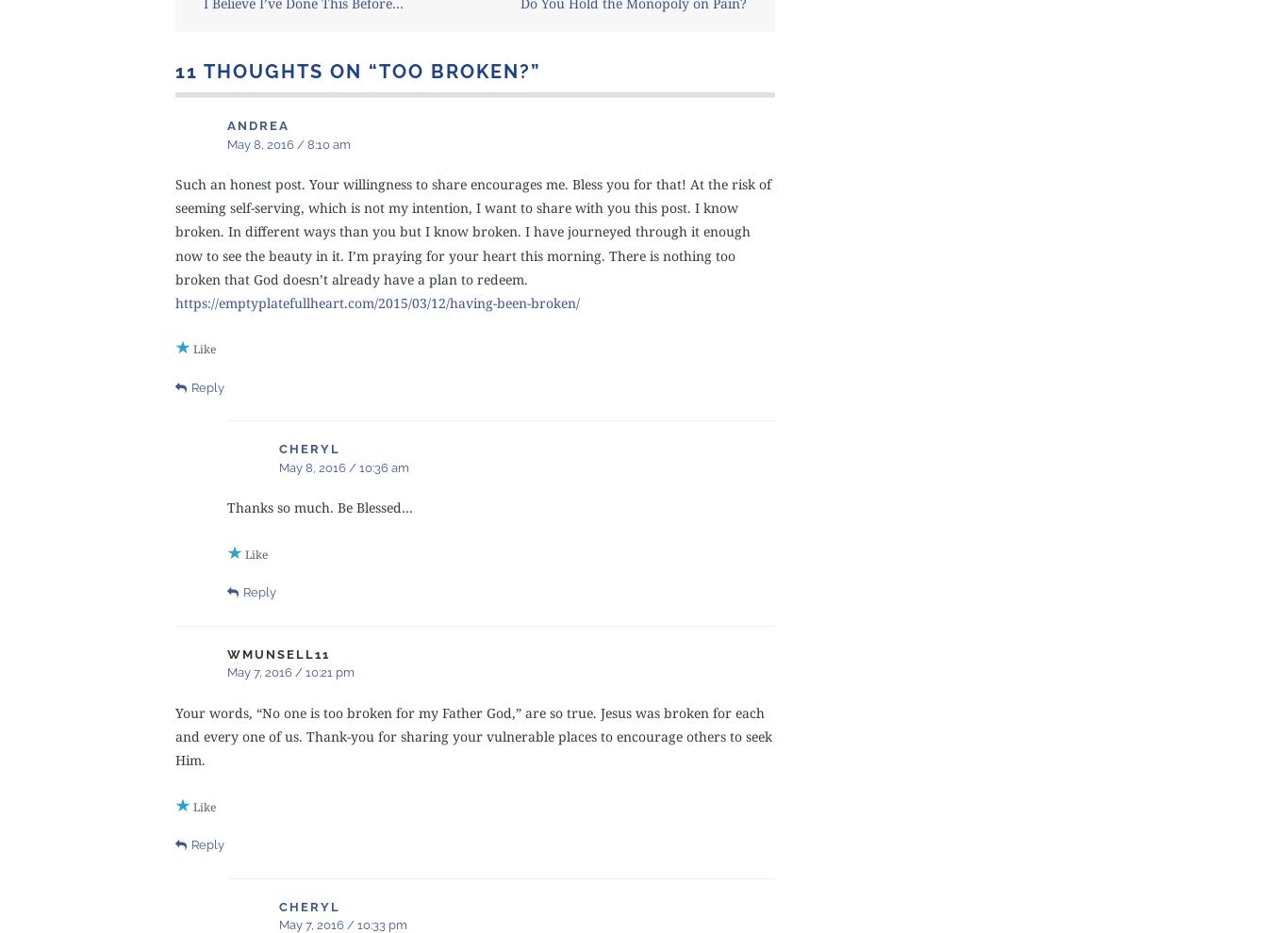 Image resolution: width=1288 pixels, height=933 pixels. Describe the element at coordinates (290, 671) in the screenshot. I see `'May 7, 2016 / 10:21 pm'` at that location.